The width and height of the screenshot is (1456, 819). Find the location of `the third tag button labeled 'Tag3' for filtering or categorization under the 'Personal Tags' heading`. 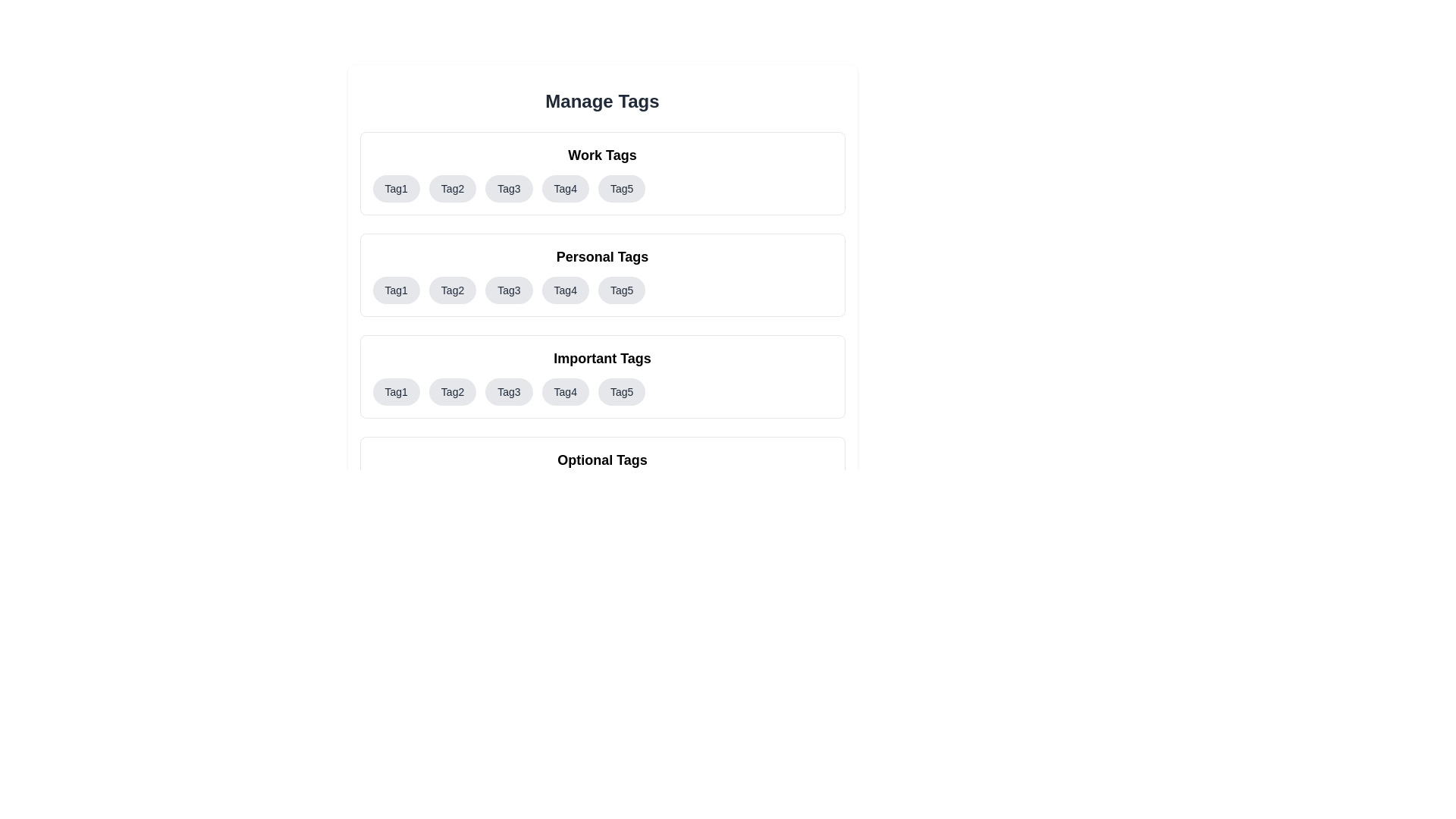

the third tag button labeled 'Tag3' for filtering or categorization under the 'Personal Tags' heading is located at coordinates (509, 290).